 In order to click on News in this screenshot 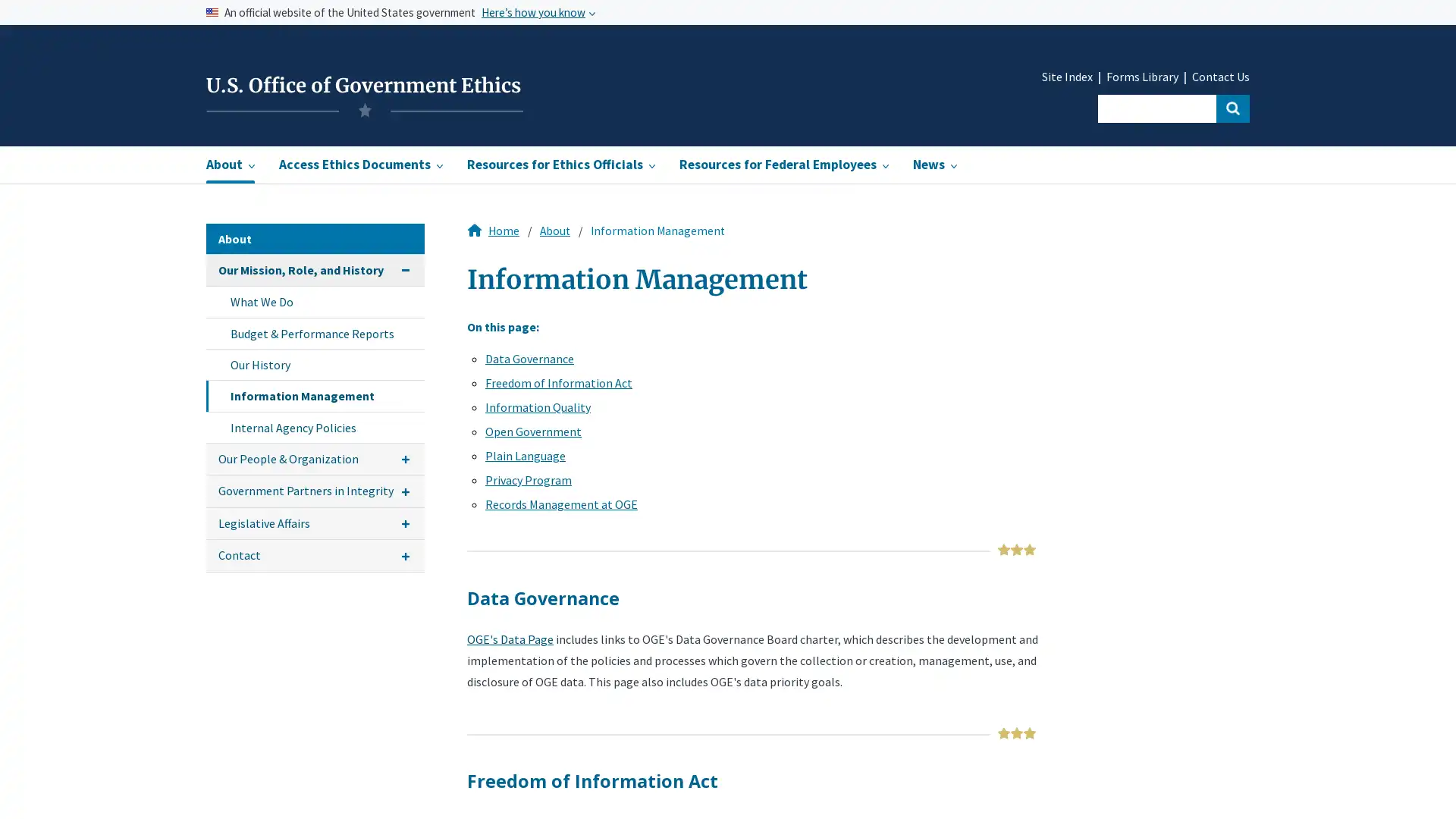, I will do `click(934, 164)`.